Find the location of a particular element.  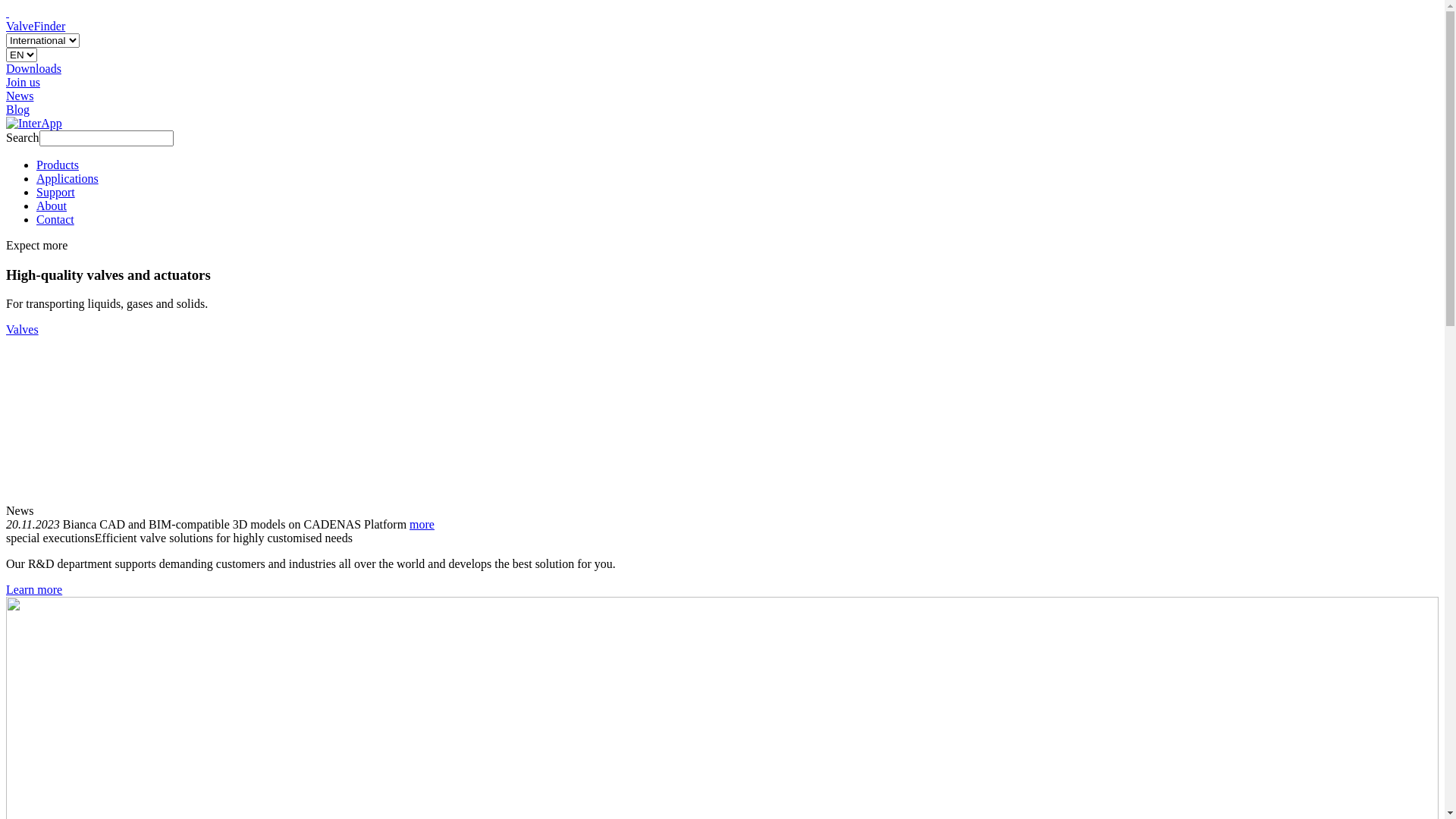

'News' is located at coordinates (19, 96).